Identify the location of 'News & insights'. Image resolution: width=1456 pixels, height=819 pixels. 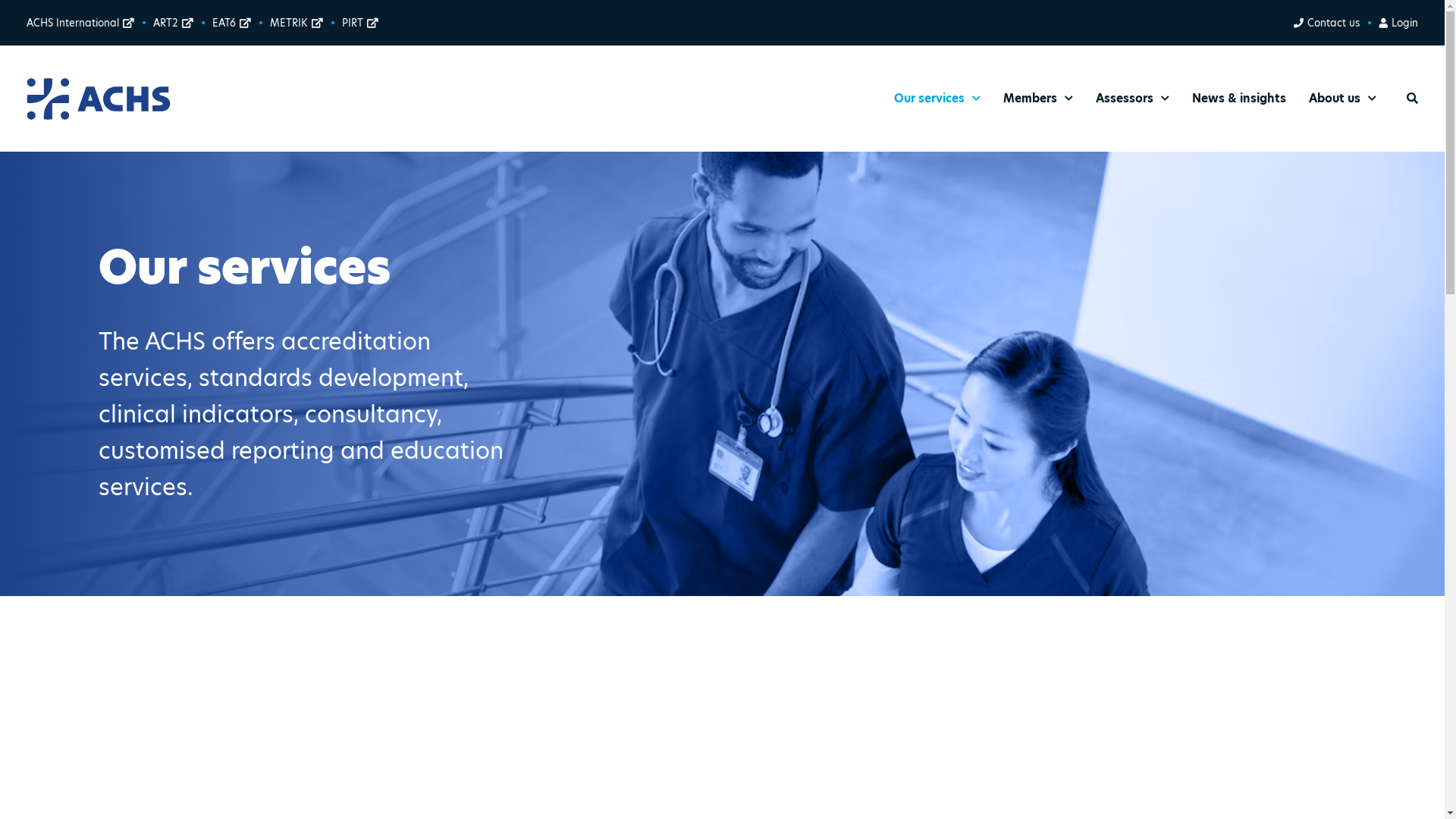
(1238, 99).